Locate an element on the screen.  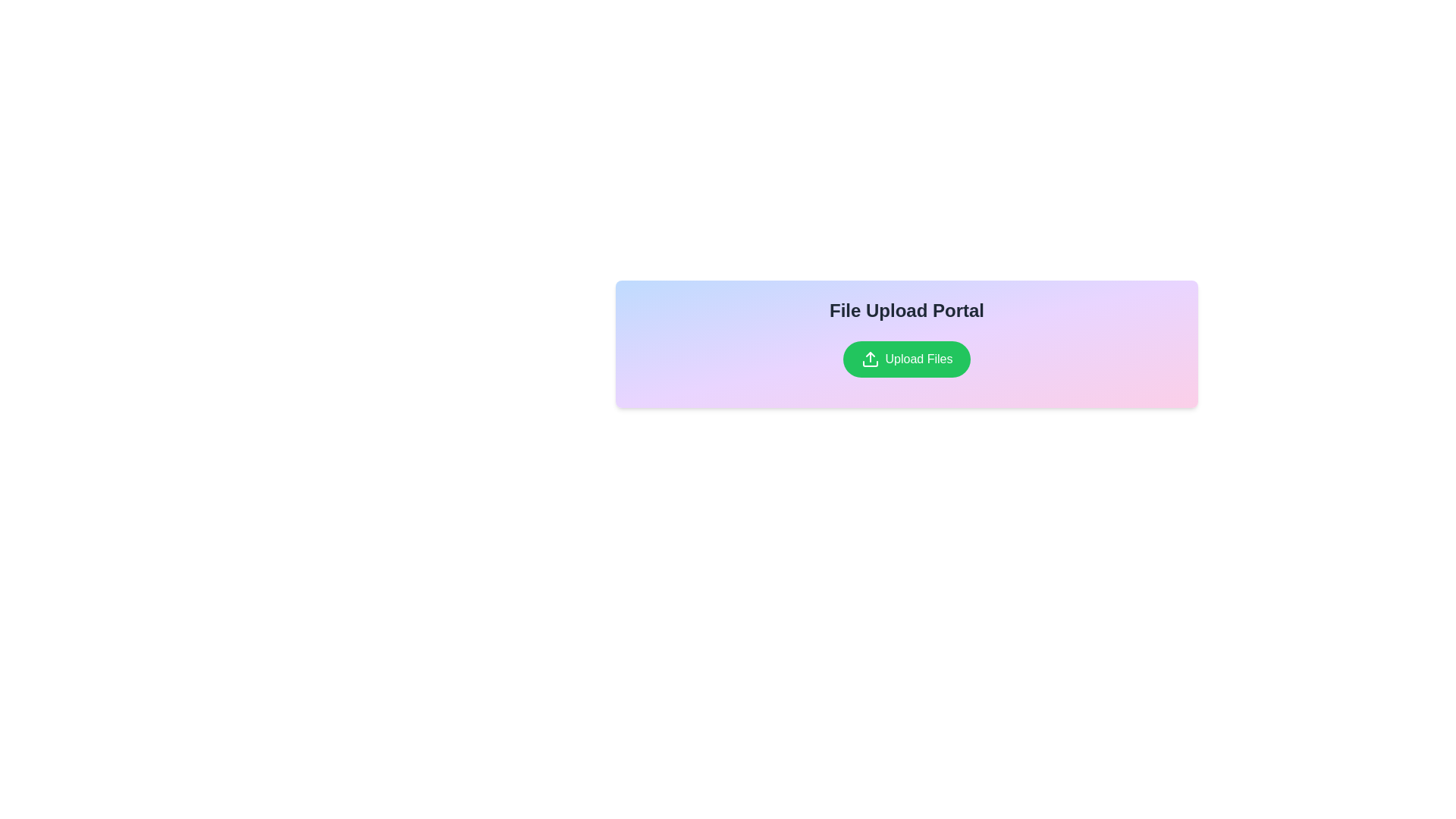
the 'Upload Files' label within the green button is located at coordinates (918, 359).